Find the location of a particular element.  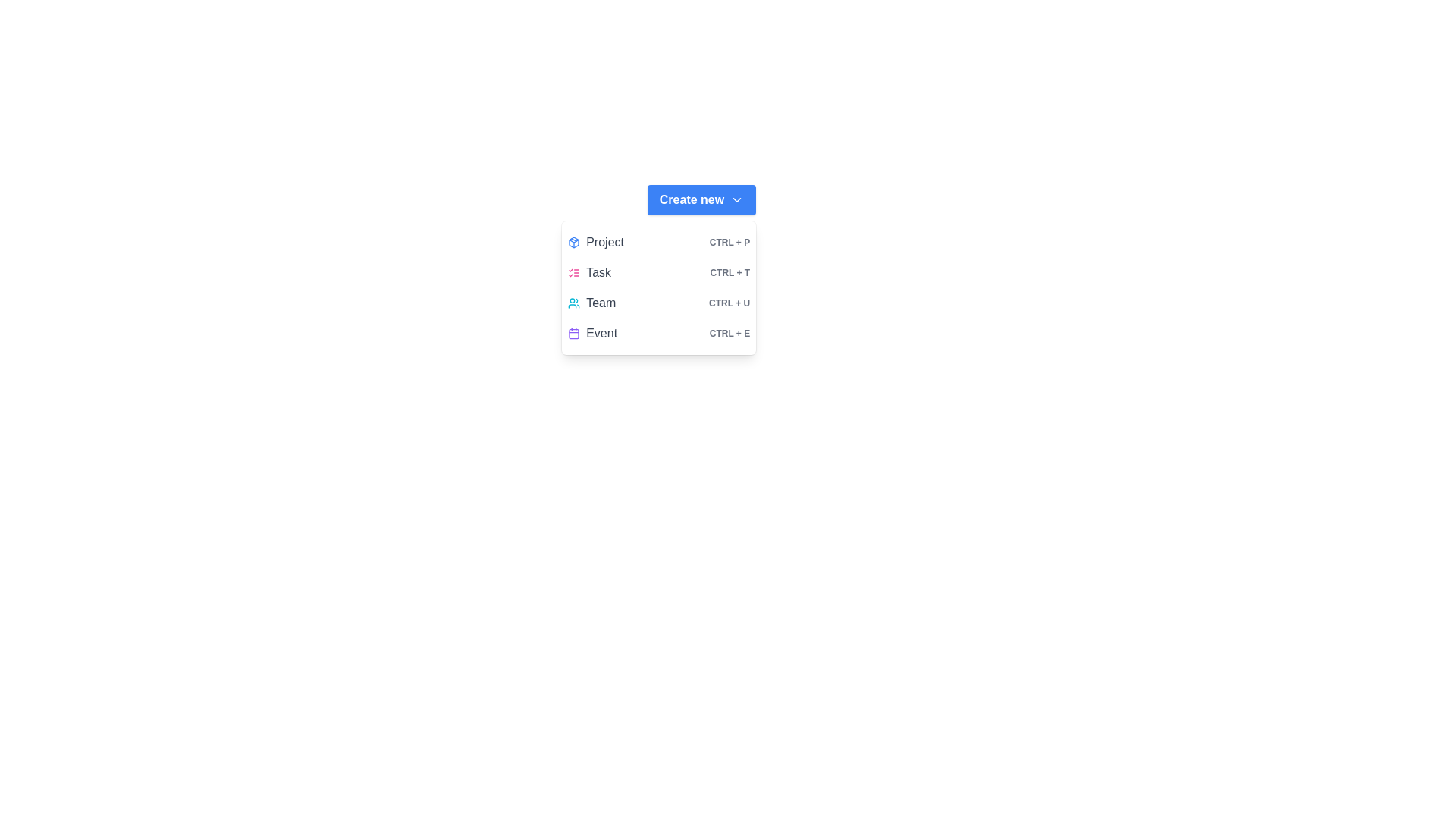

the 'Team' menu item in the vertical list of options is located at coordinates (659, 303).